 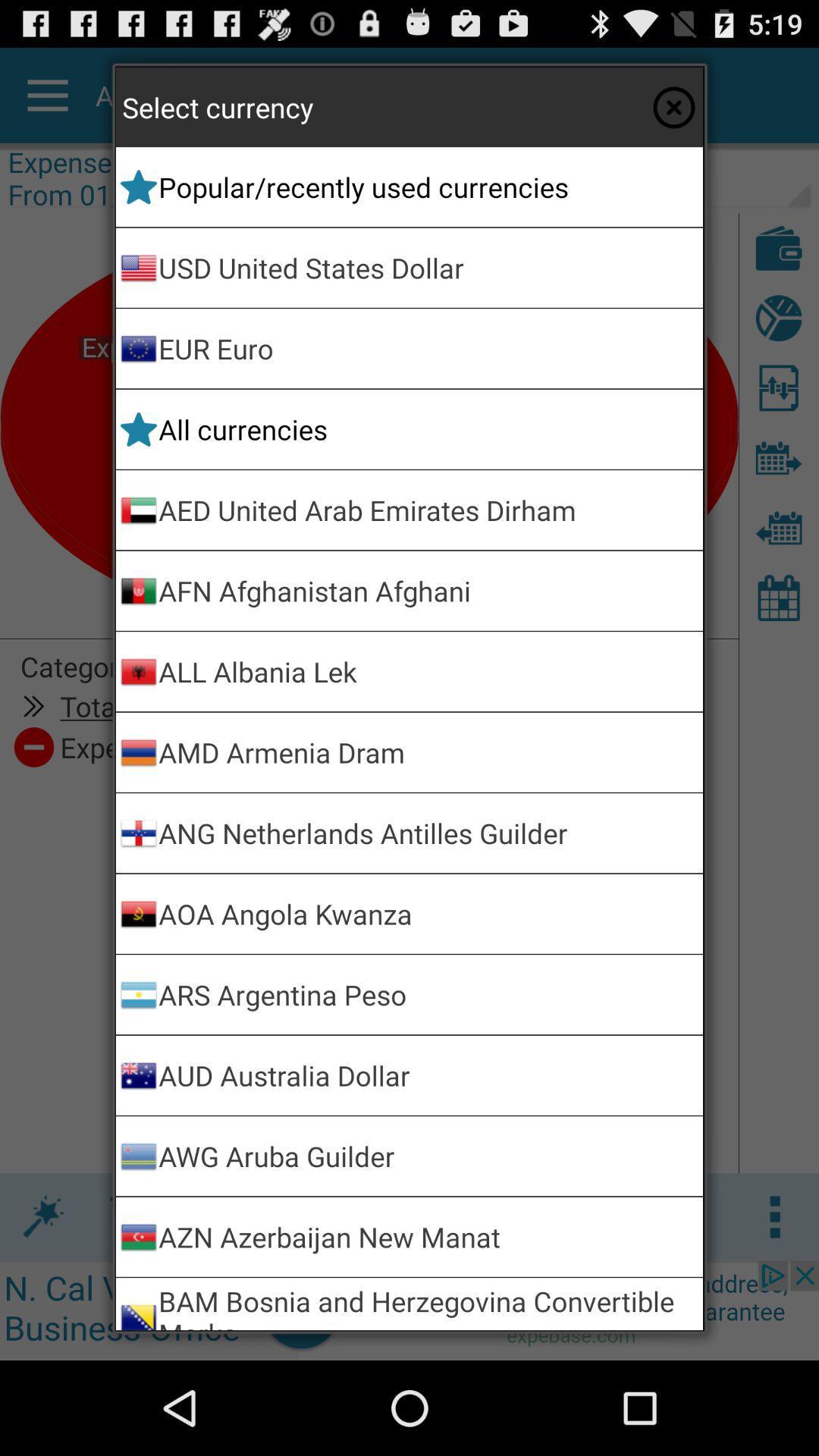 I want to click on eur euro, so click(x=428, y=347).